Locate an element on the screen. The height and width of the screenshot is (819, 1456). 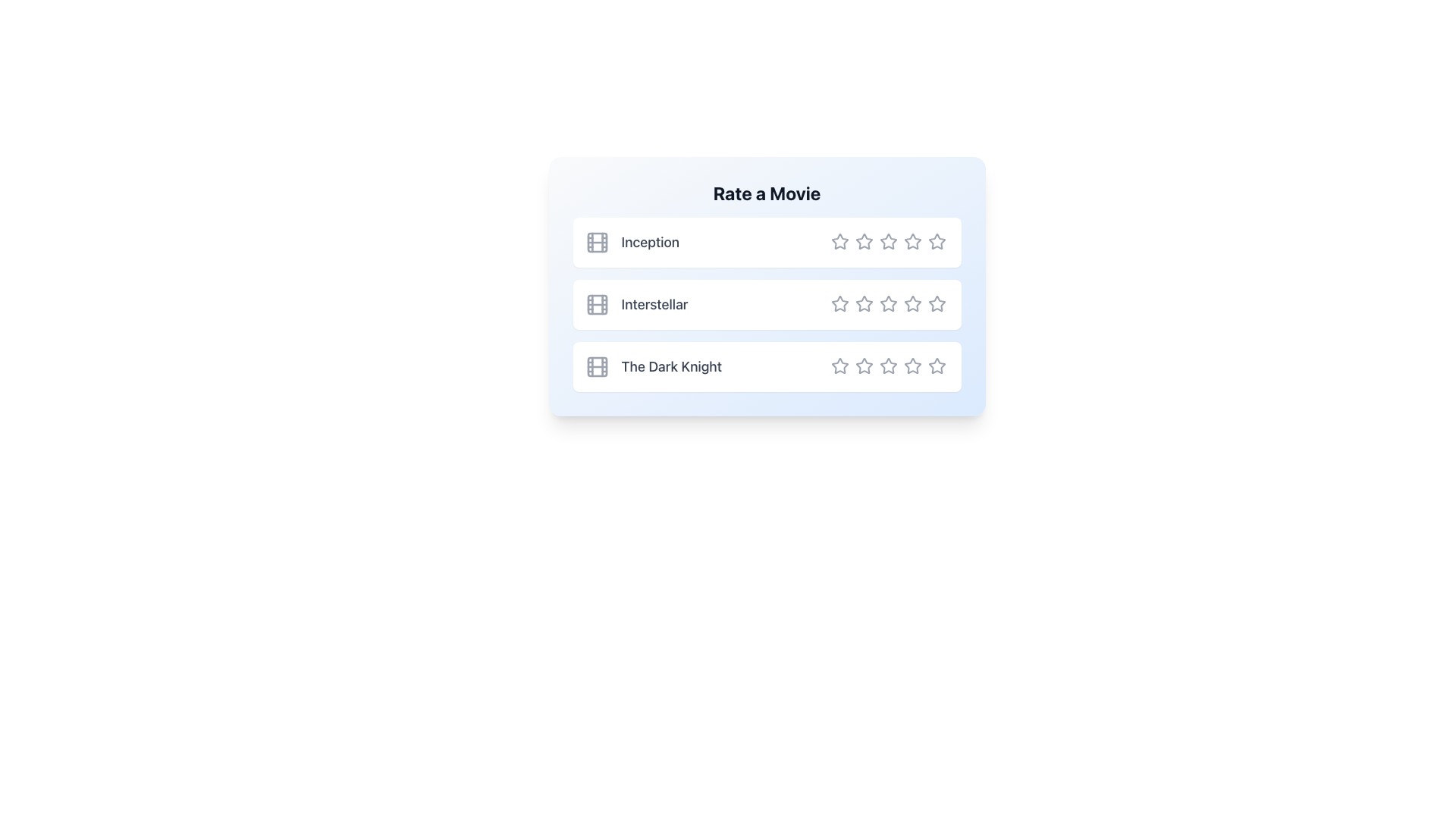
the fourth star-shaped icon in the rating system for the movie 'Inception' is located at coordinates (912, 241).